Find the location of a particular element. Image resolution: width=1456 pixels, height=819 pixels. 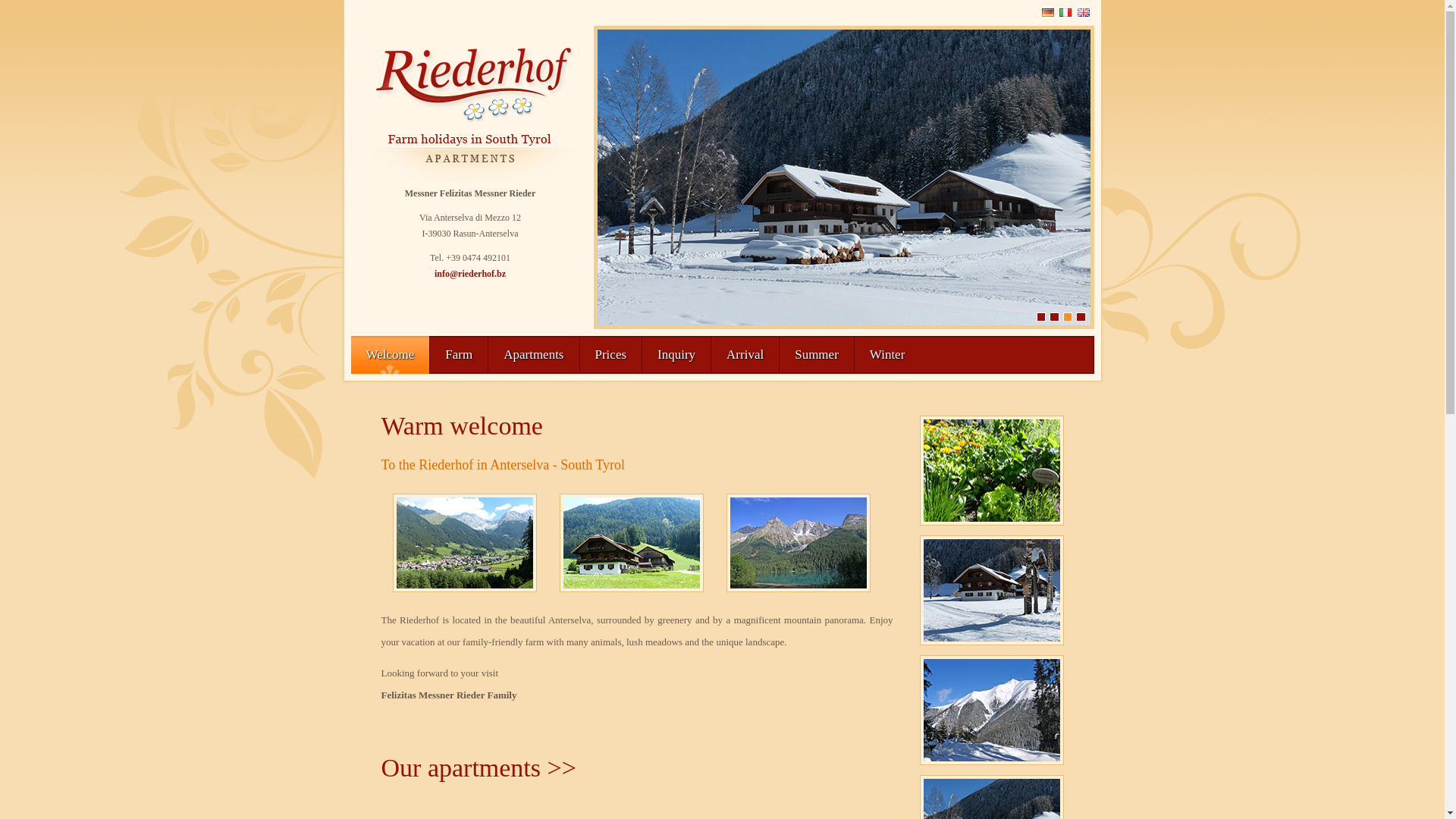

'Prices' is located at coordinates (578, 354).